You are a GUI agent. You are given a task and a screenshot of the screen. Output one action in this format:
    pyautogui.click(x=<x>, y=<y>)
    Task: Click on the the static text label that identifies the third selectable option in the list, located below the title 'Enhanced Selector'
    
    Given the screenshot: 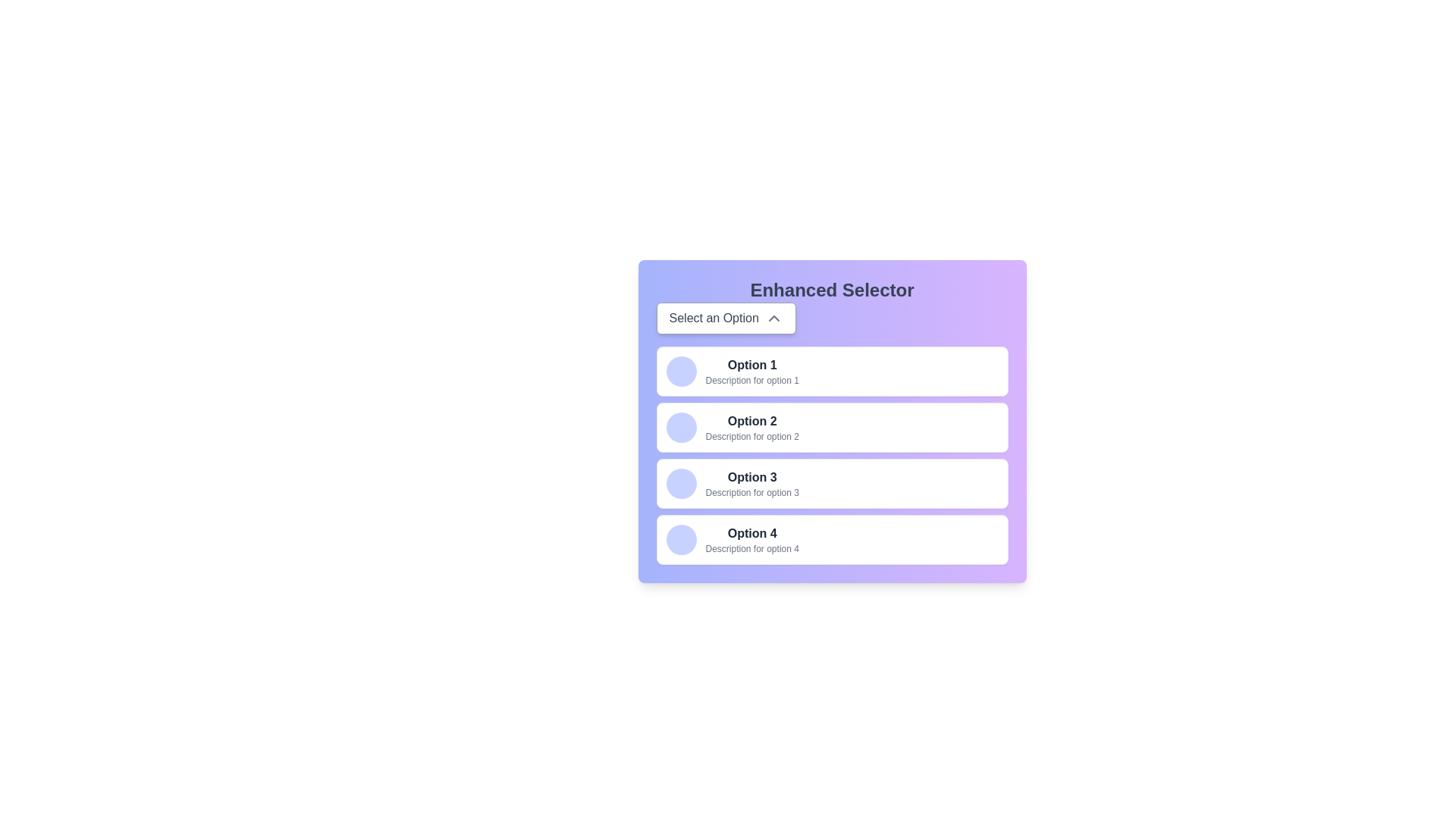 What is the action you would take?
    pyautogui.click(x=752, y=476)
    